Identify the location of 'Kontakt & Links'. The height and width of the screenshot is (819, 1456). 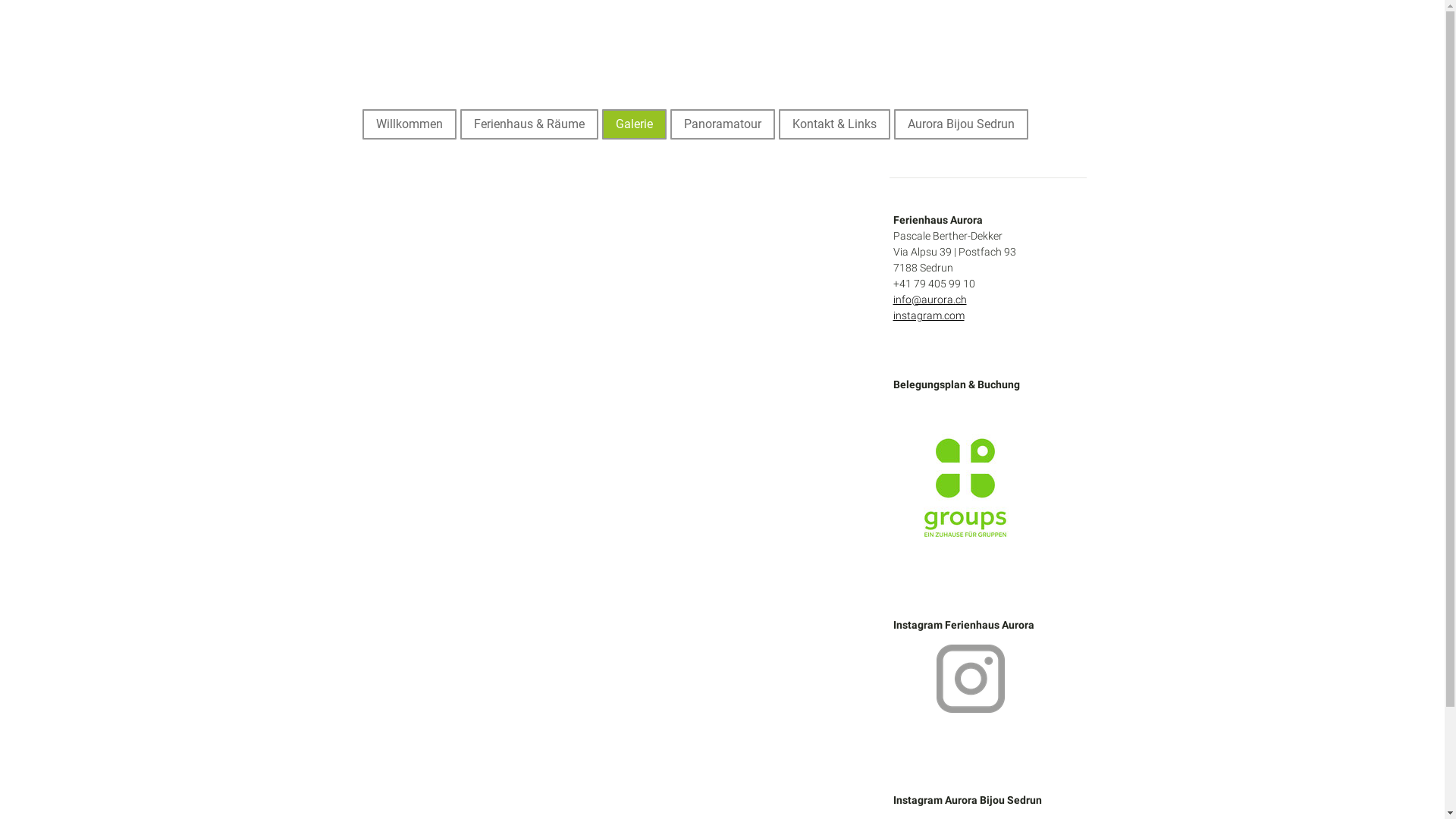
(833, 124).